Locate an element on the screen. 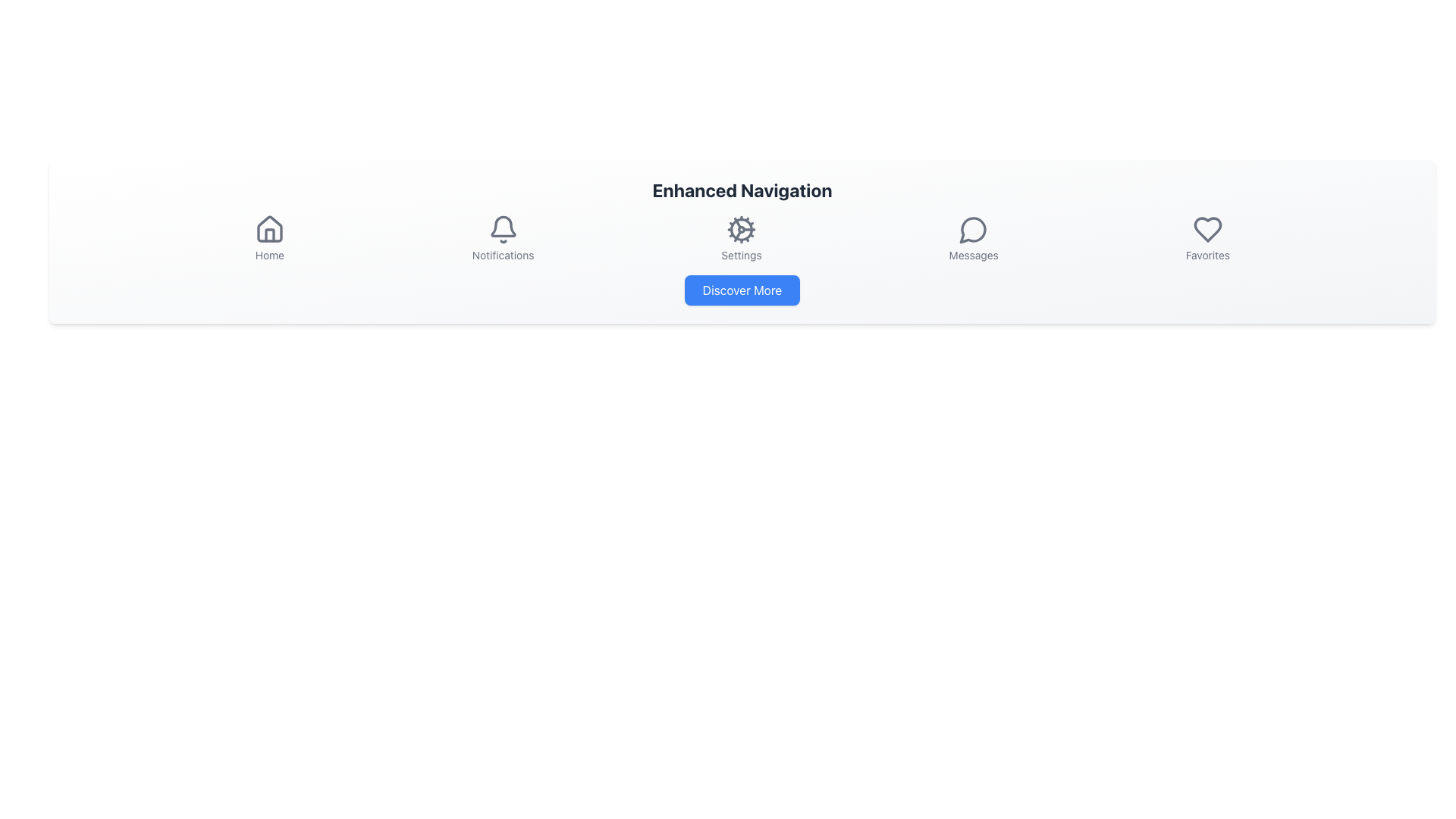 The width and height of the screenshot is (1456, 819). the Label Text element that describes the notifications feature, located below the bell icon in the navigation bar is located at coordinates (503, 254).